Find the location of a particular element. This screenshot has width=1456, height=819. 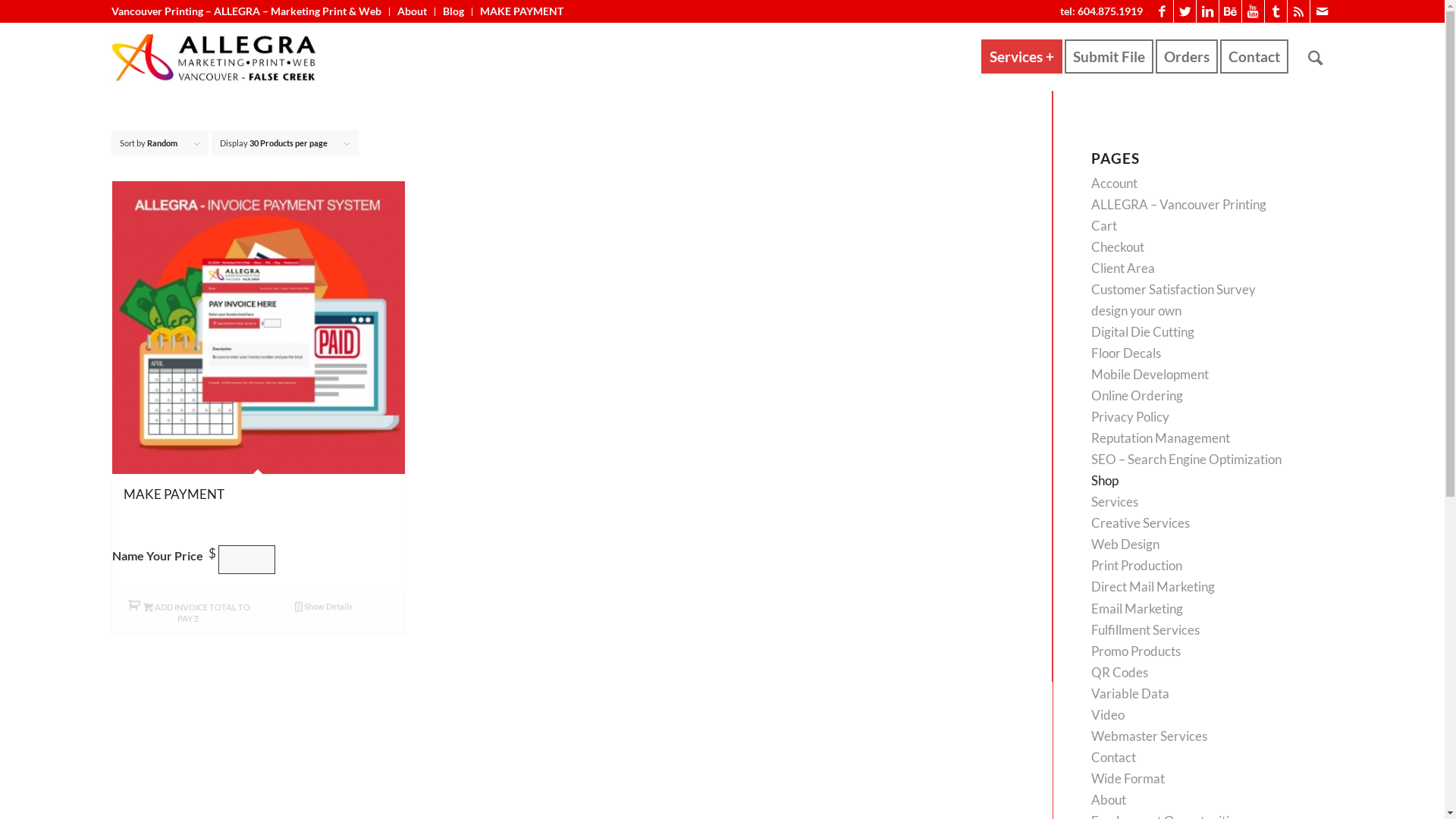

'Submit File' is located at coordinates (1113, 55).